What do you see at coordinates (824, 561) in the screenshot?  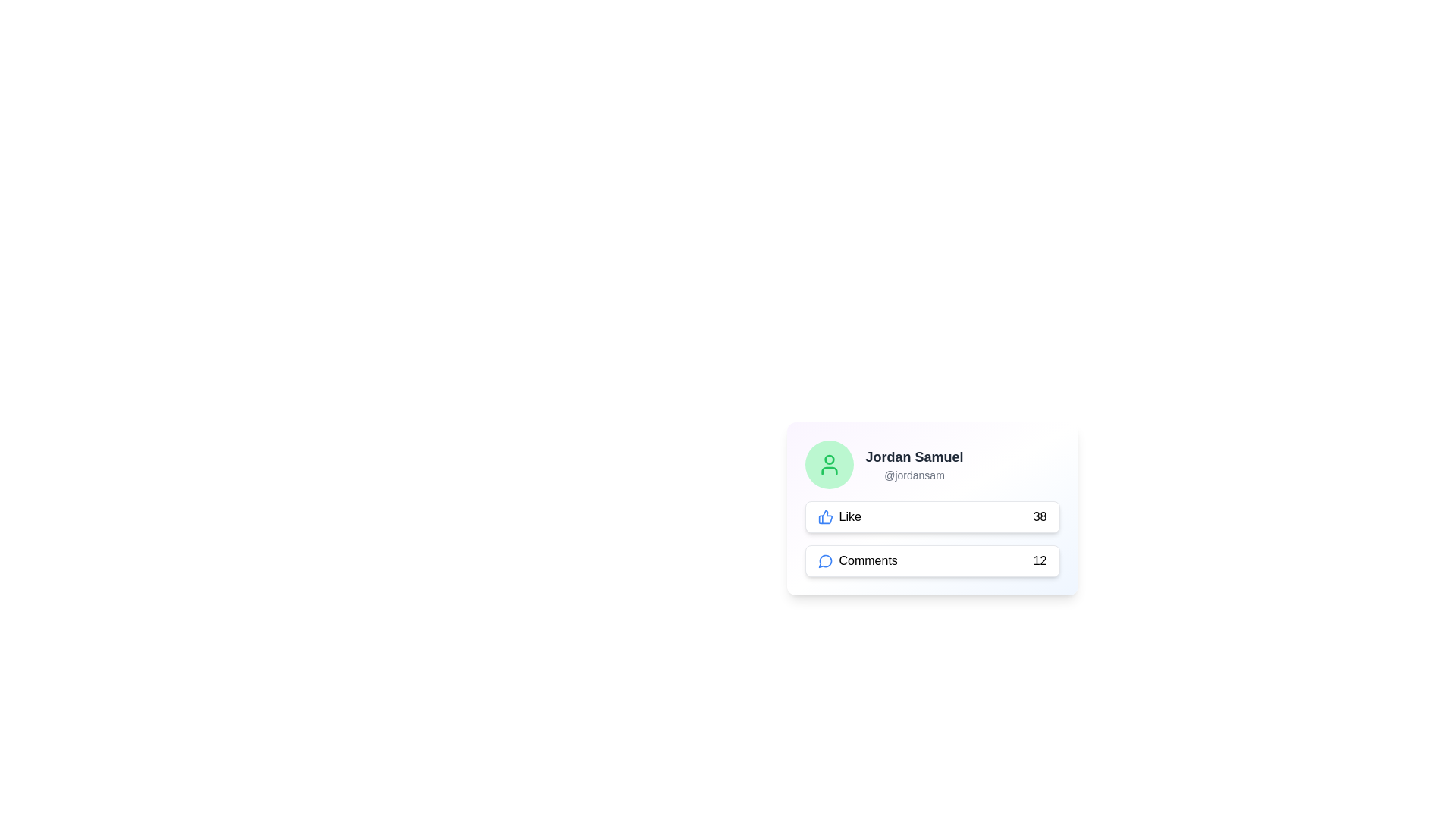 I see `the speech bubble icon, which is blue in color and located to the left of the 'Comments' text` at bounding box center [824, 561].